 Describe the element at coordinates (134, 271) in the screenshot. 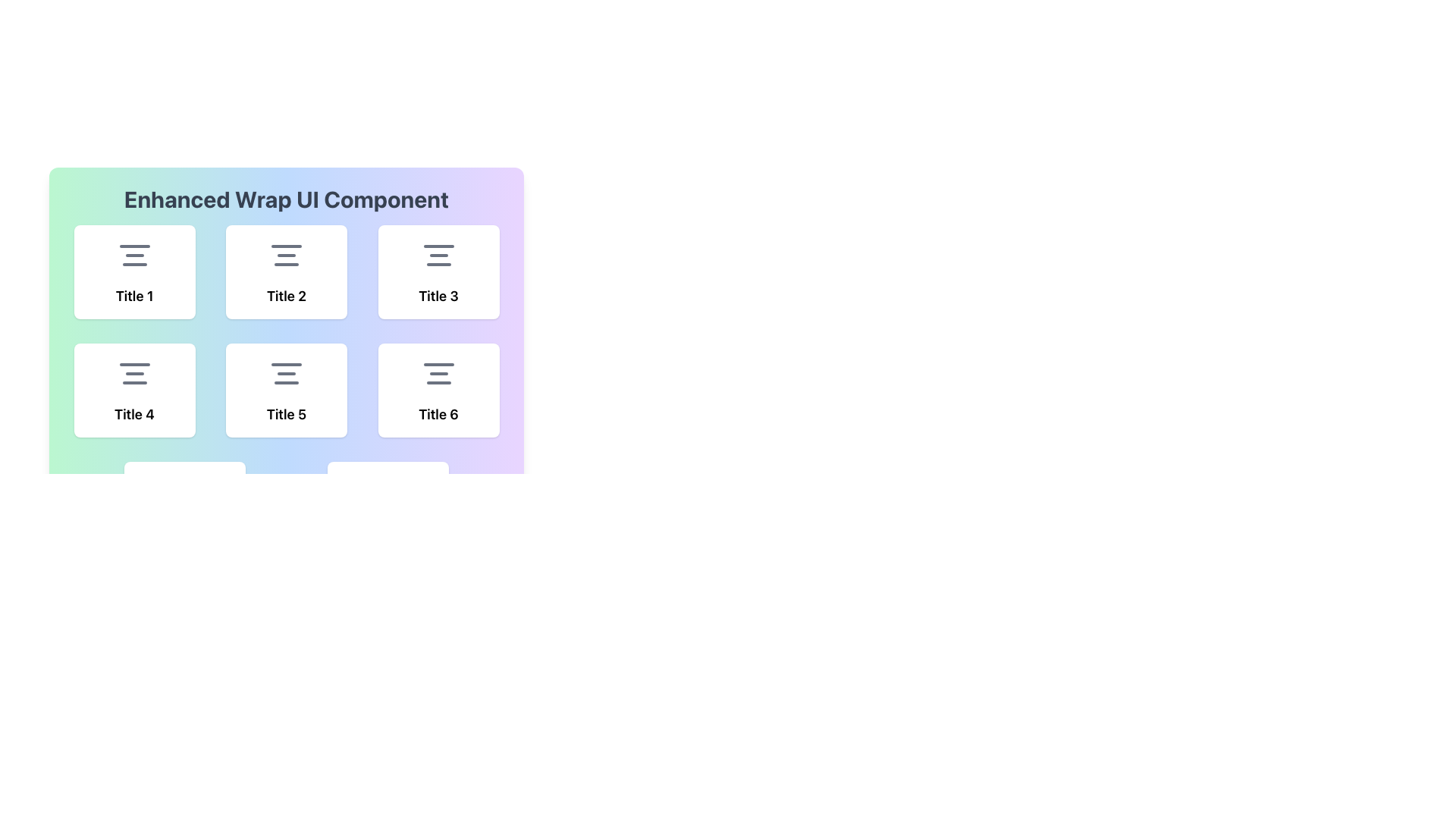

I see `the first card element in the grid layout, which has a white background, rounded corners, and contains the bold text 'Title 1' at the bottom` at that location.